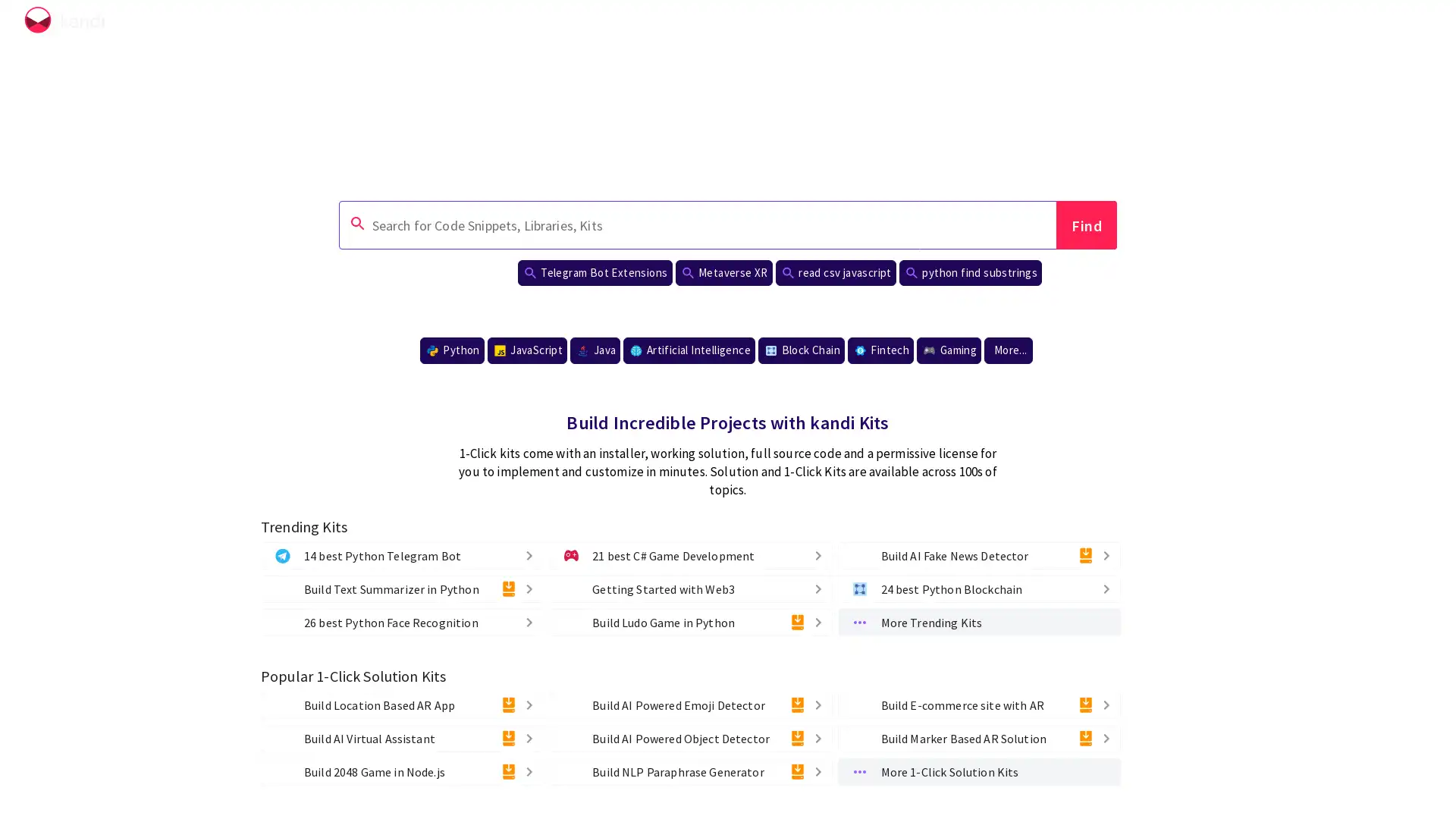 This screenshot has width=1456, height=819. I want to click on python-telegram-bot 14 best Python Telegram Bot, so click(402, 555).